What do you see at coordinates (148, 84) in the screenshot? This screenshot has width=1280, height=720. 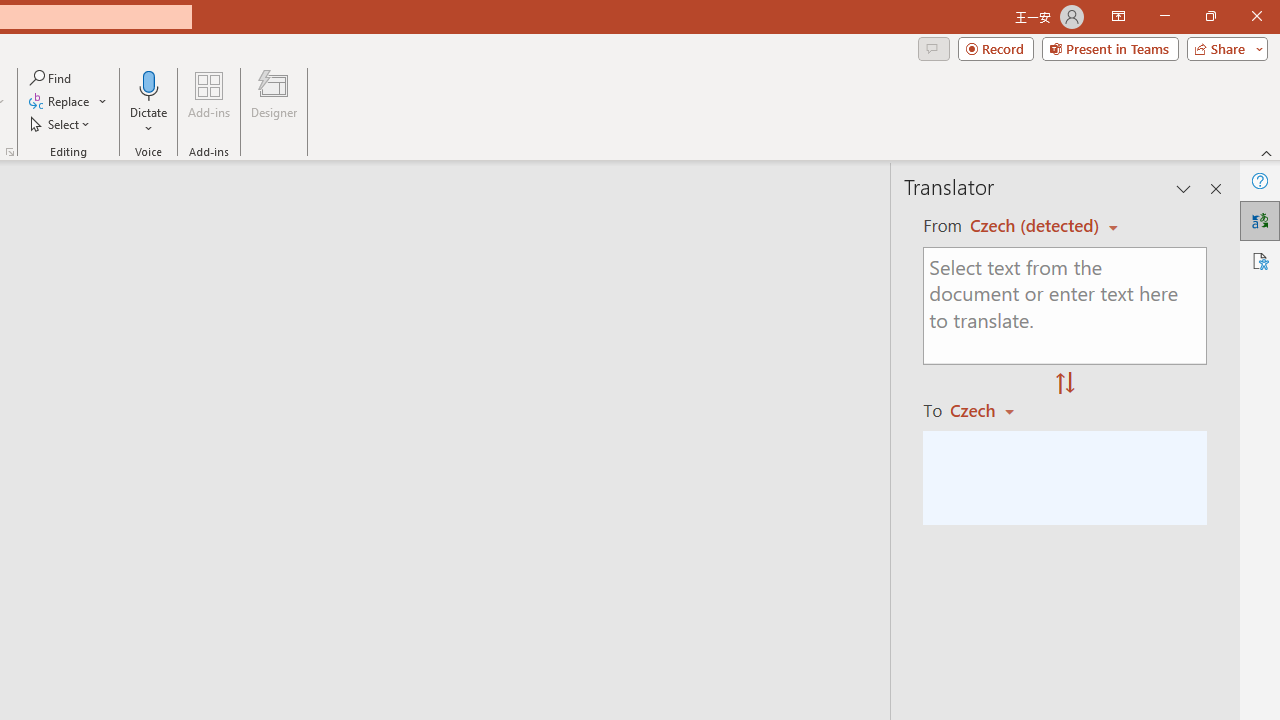 I see `'Dictate'` at bounding box center [148, 84].